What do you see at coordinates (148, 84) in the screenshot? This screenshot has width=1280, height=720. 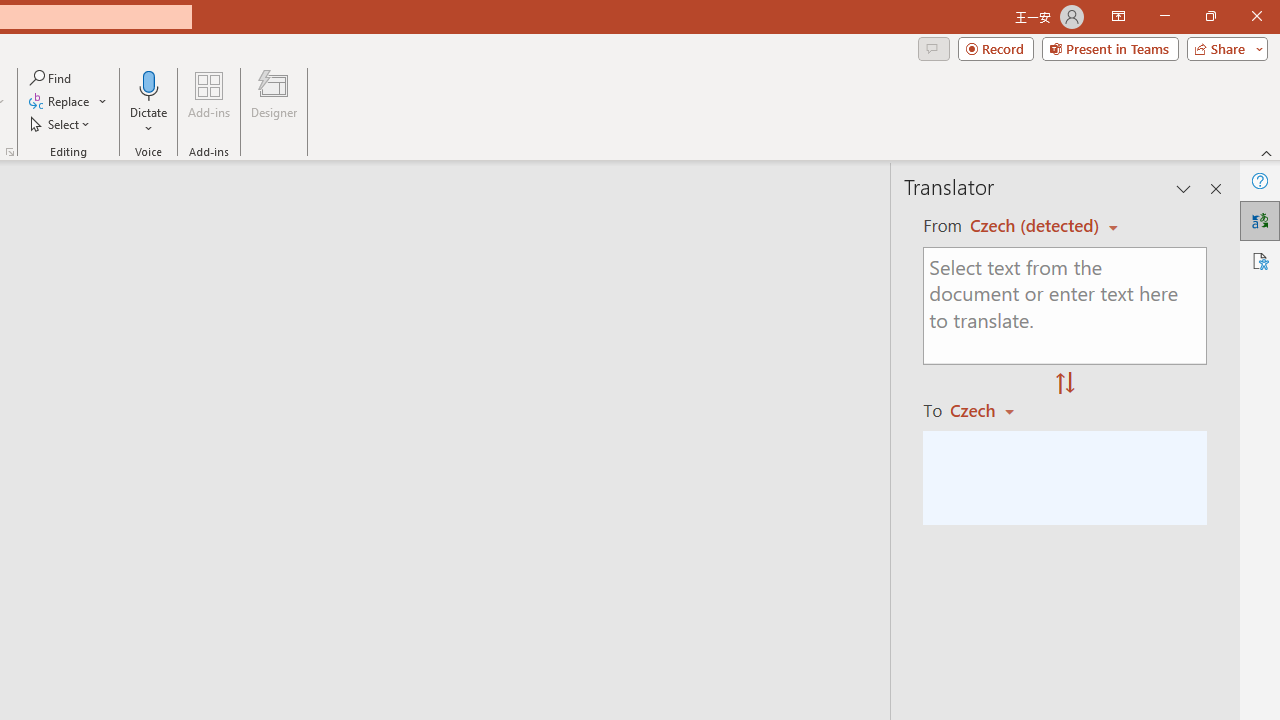 I see `'Dictate'` at bounding box center [148, 84].